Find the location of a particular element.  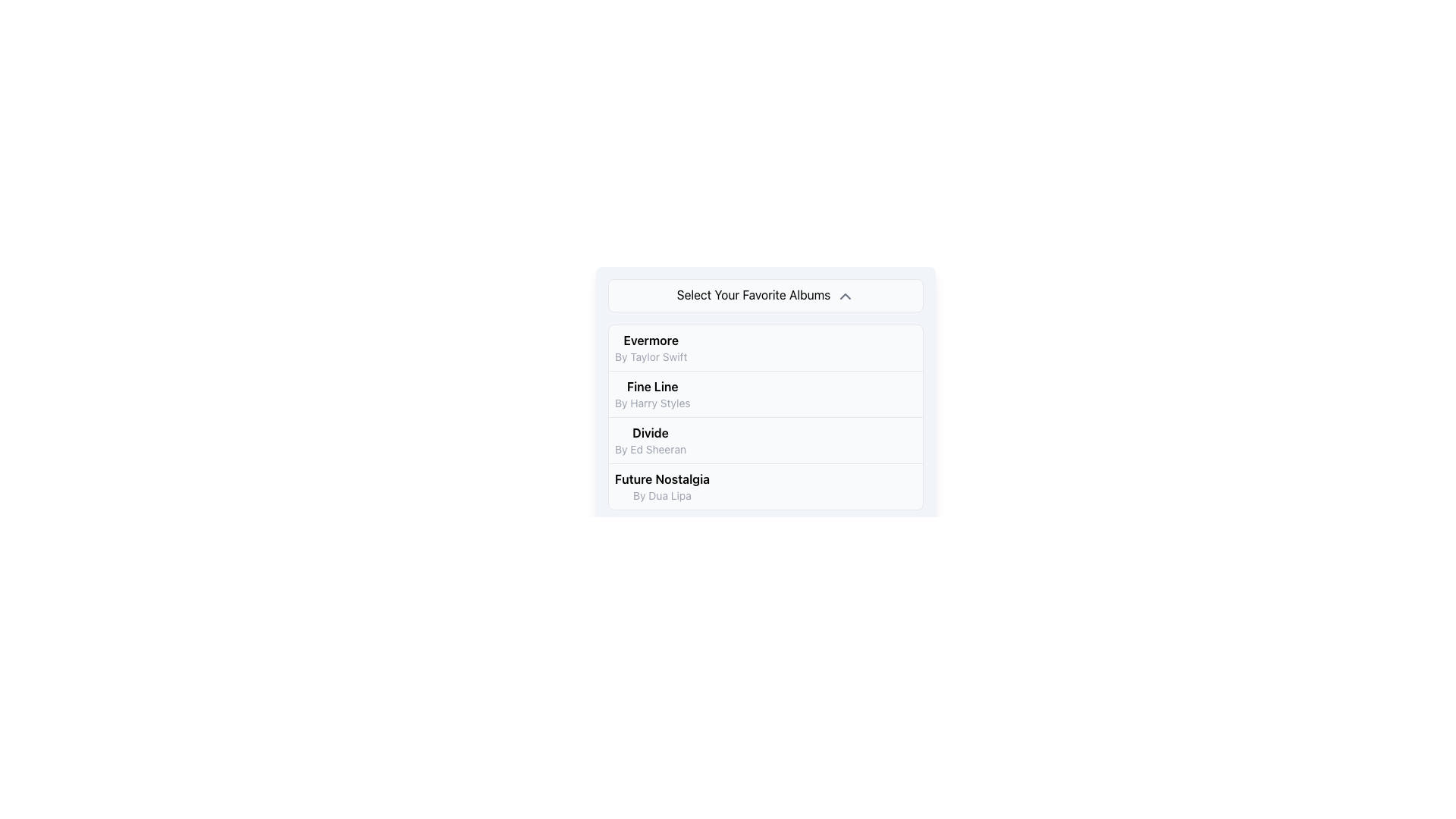

the text label displaying the author's name 'Dua Lipa' for the album 'Future Nostalgia', located beneath the title in the list is located at coordinates (662, 495).